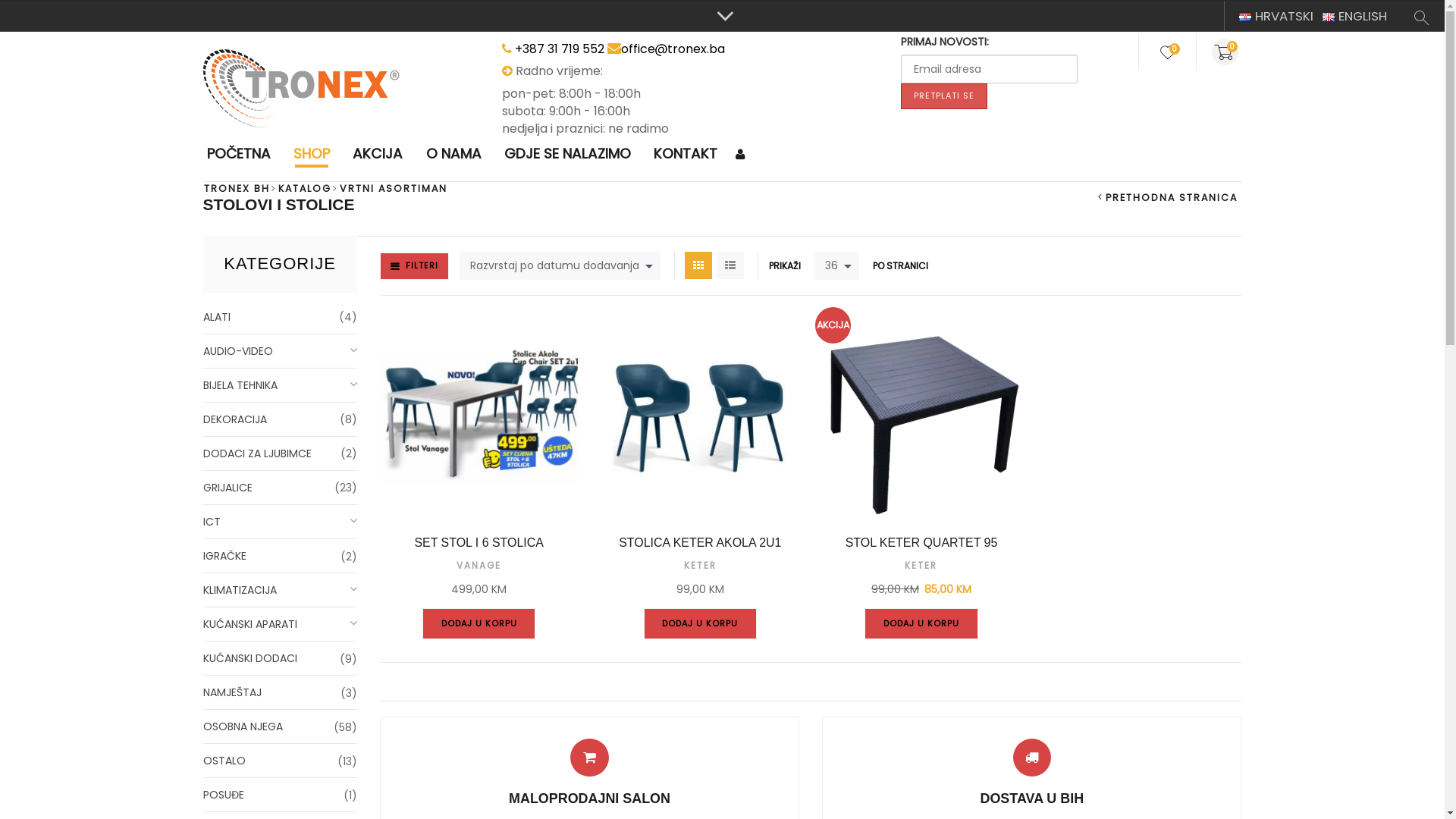 The width and height of the screenshot is (1456, 819). I want to click on 'ACCOUNT', so click(742, 155).